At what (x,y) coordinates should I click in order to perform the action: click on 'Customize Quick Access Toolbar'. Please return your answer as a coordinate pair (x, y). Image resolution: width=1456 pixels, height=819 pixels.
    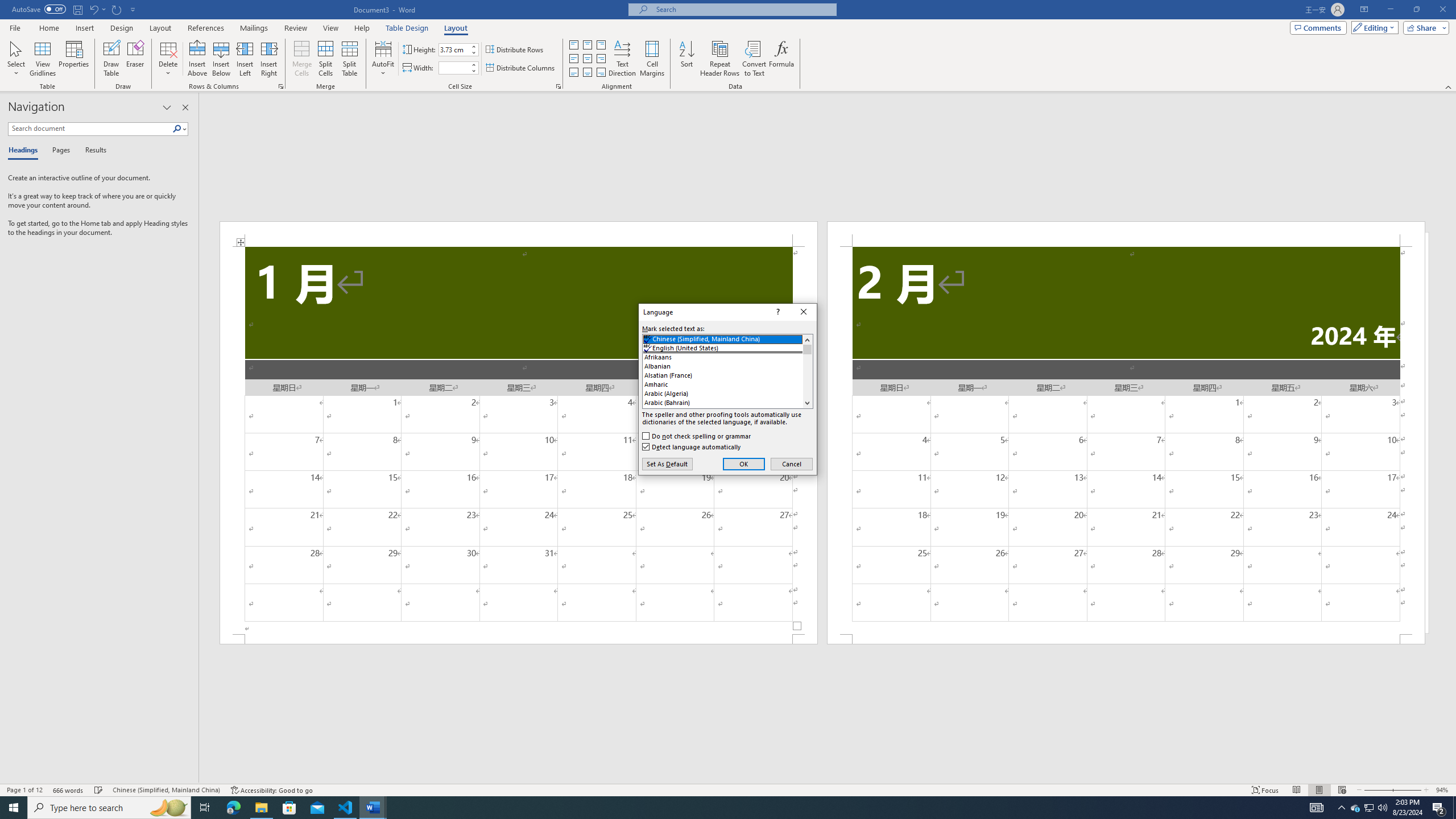
    Looking at the image, I should click on (133, 9).